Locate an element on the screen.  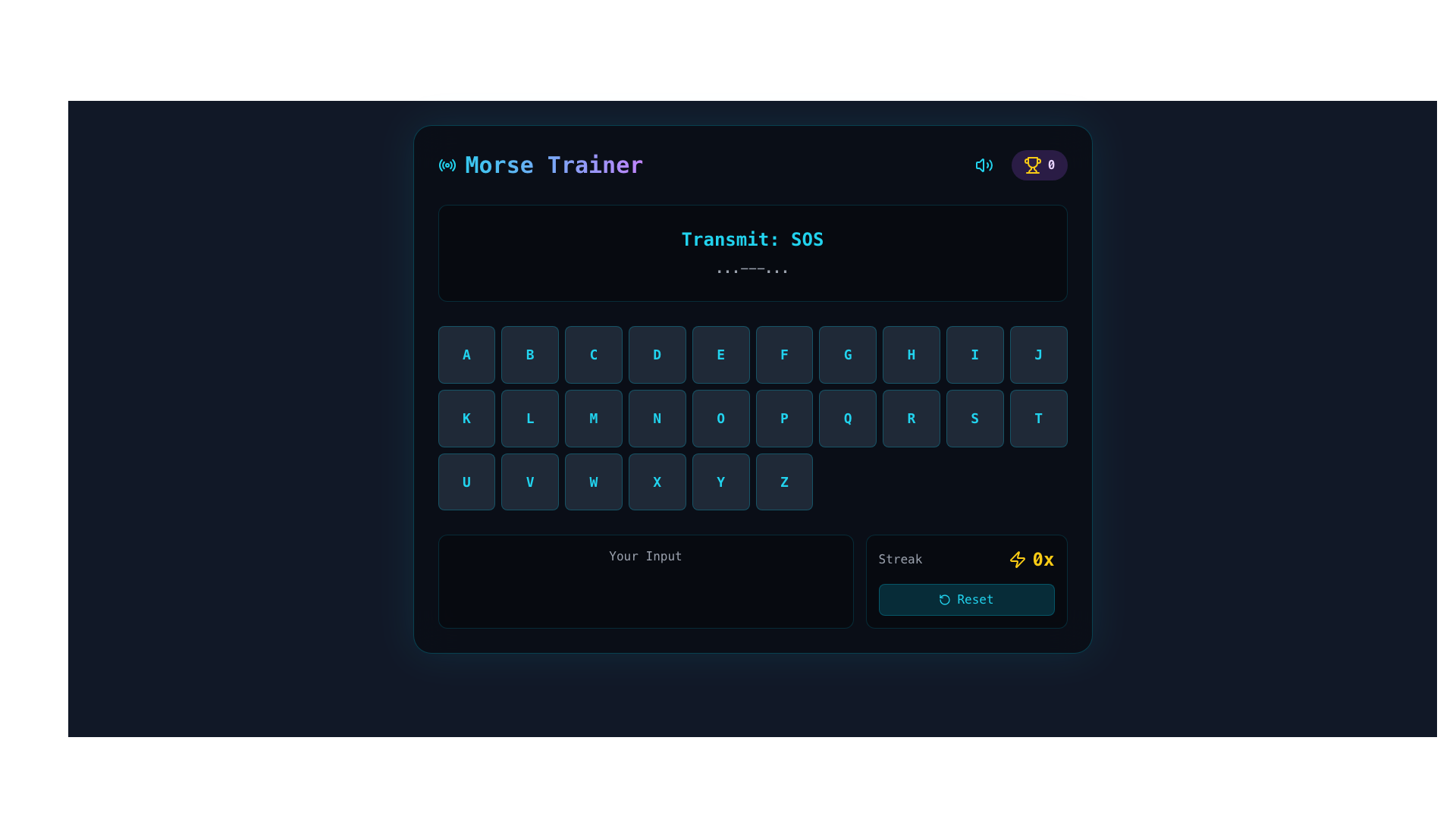
the first arc of the circular radio icon in the SVG, which is positioned adjacent to the 'Morse Trainer' title is located at coordinates (439, 165).